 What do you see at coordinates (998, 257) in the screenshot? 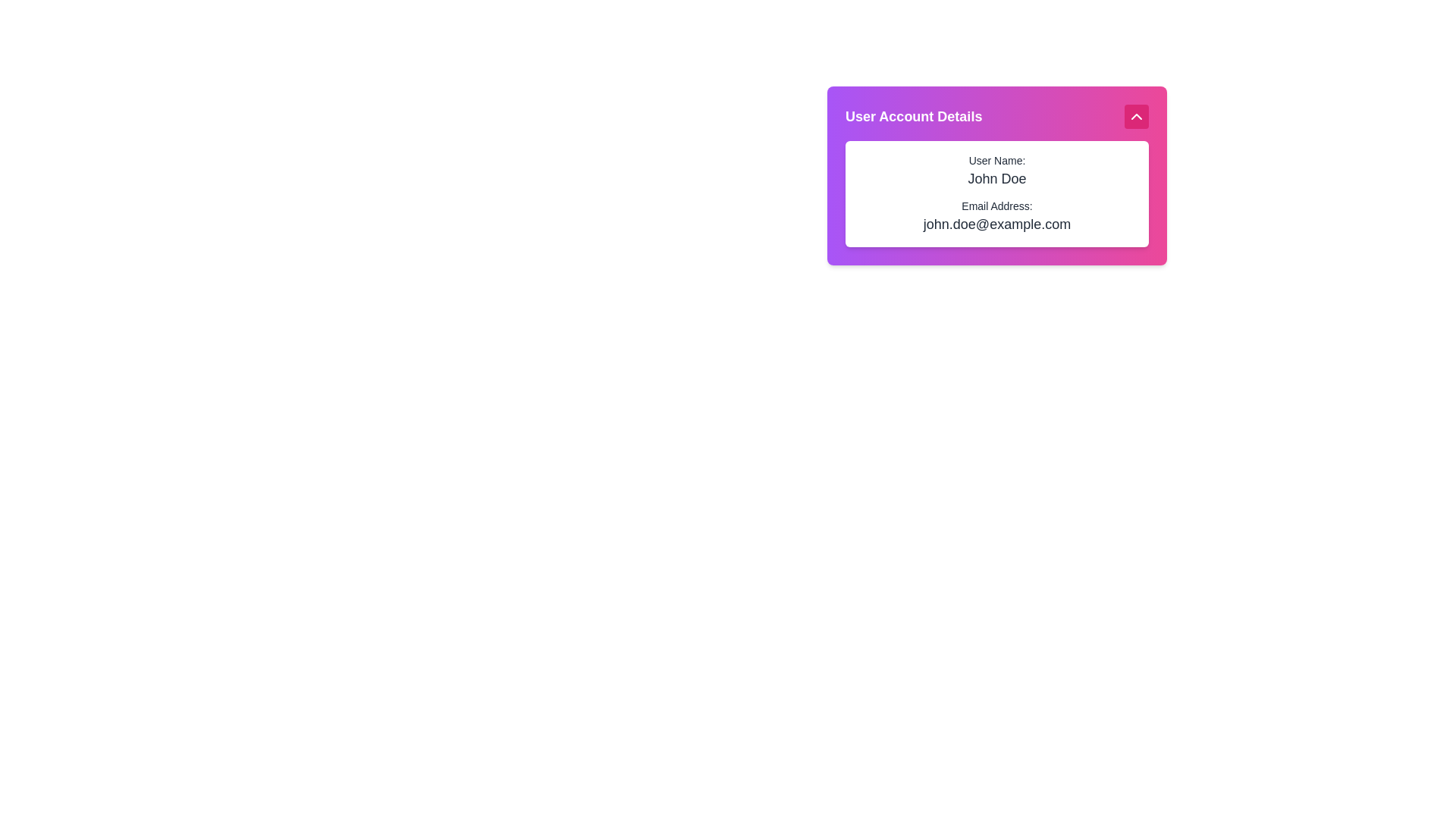
I see `the User Account Details panel with a gradient background featuring a bold white title and a pink button with a chevron icon` at bounding box center [998, 257].